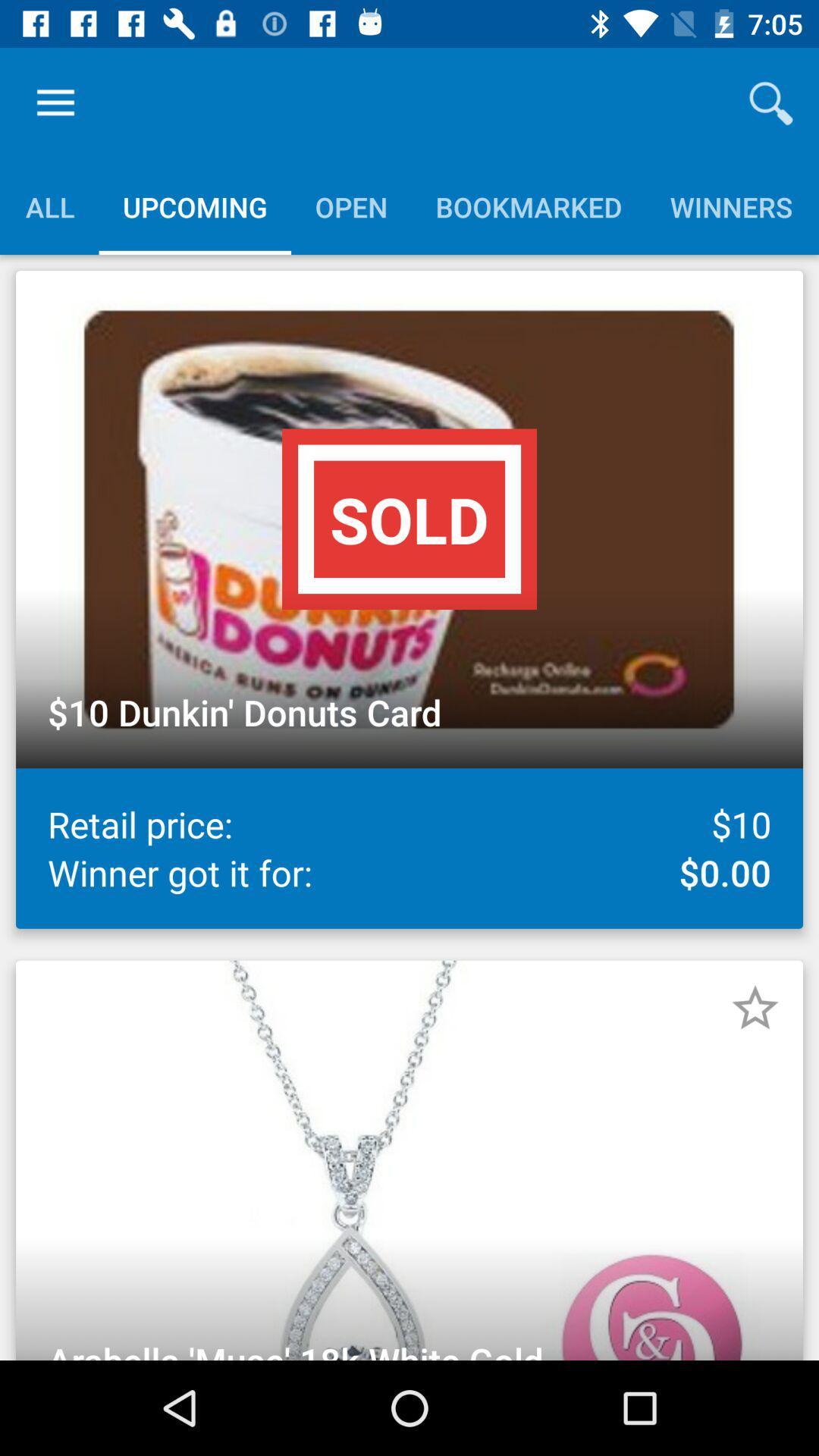  Describe the element at coordinates (755, 1008) in the screenshot. I see `this item` at that location.